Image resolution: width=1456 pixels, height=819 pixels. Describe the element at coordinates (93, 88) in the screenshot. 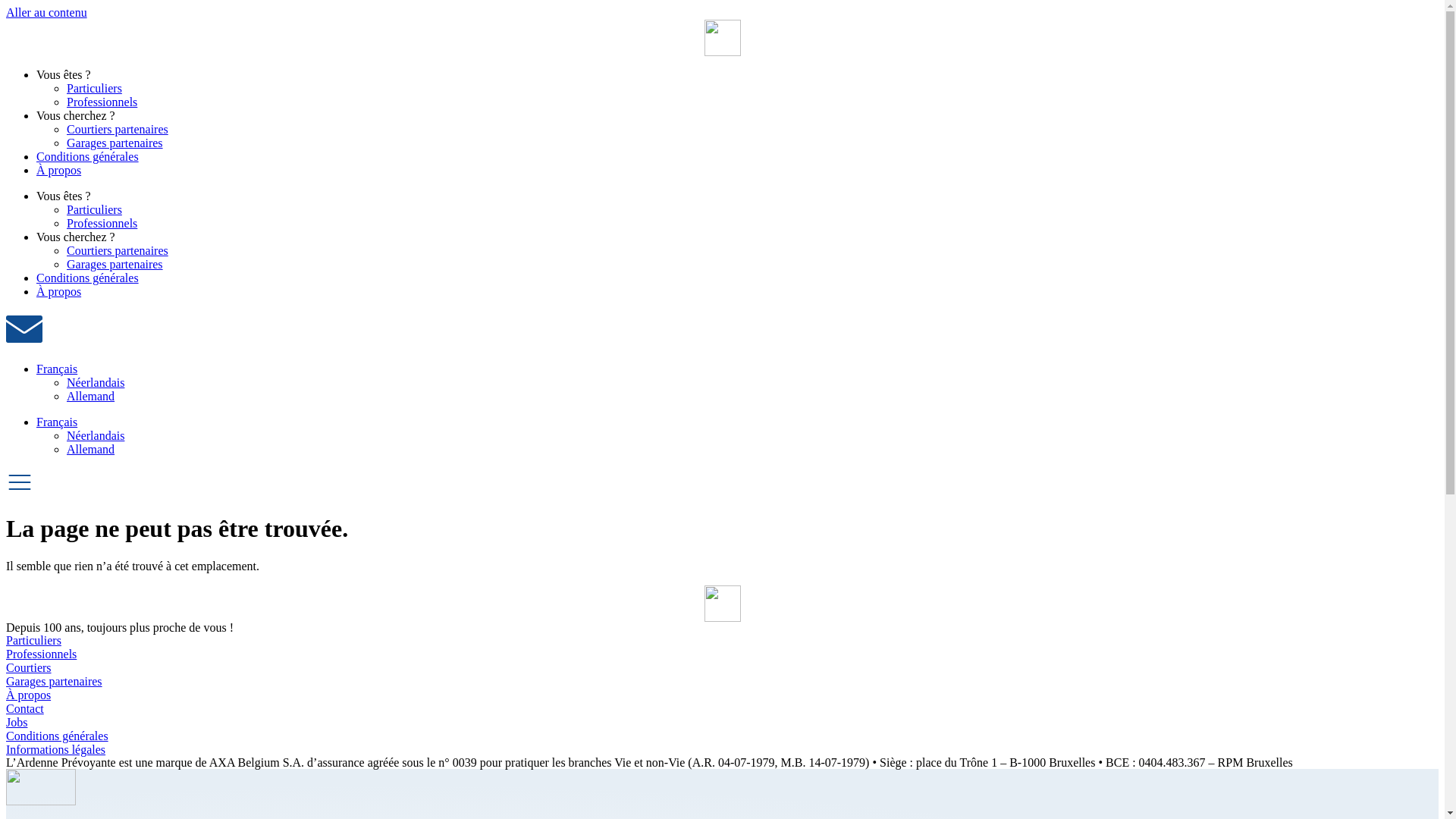

I see `'Particuliers'` at that location.